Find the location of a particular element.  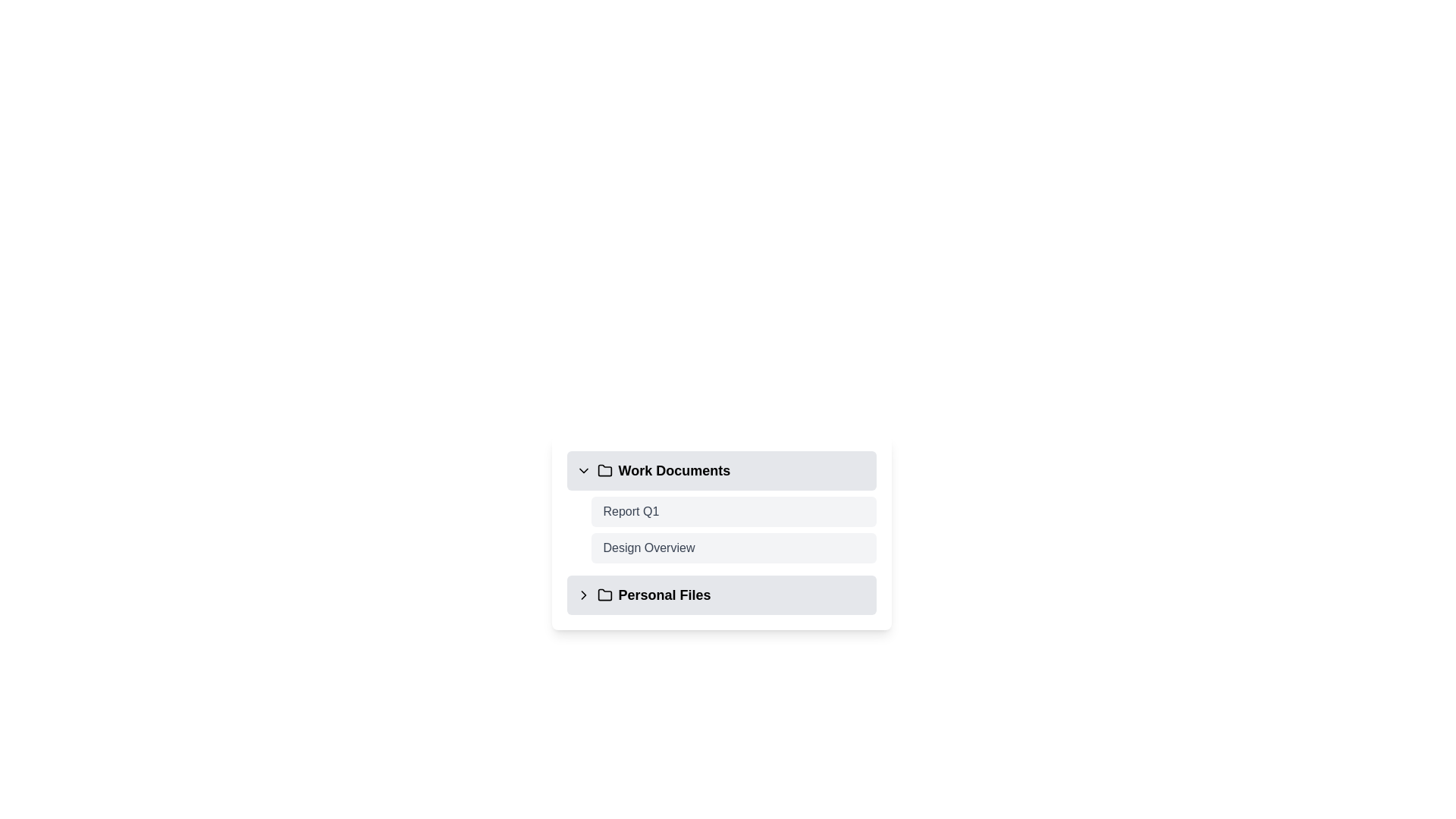

the chevron icon at the start of the 'Personal Files' row is located at coordinates (582, 595).